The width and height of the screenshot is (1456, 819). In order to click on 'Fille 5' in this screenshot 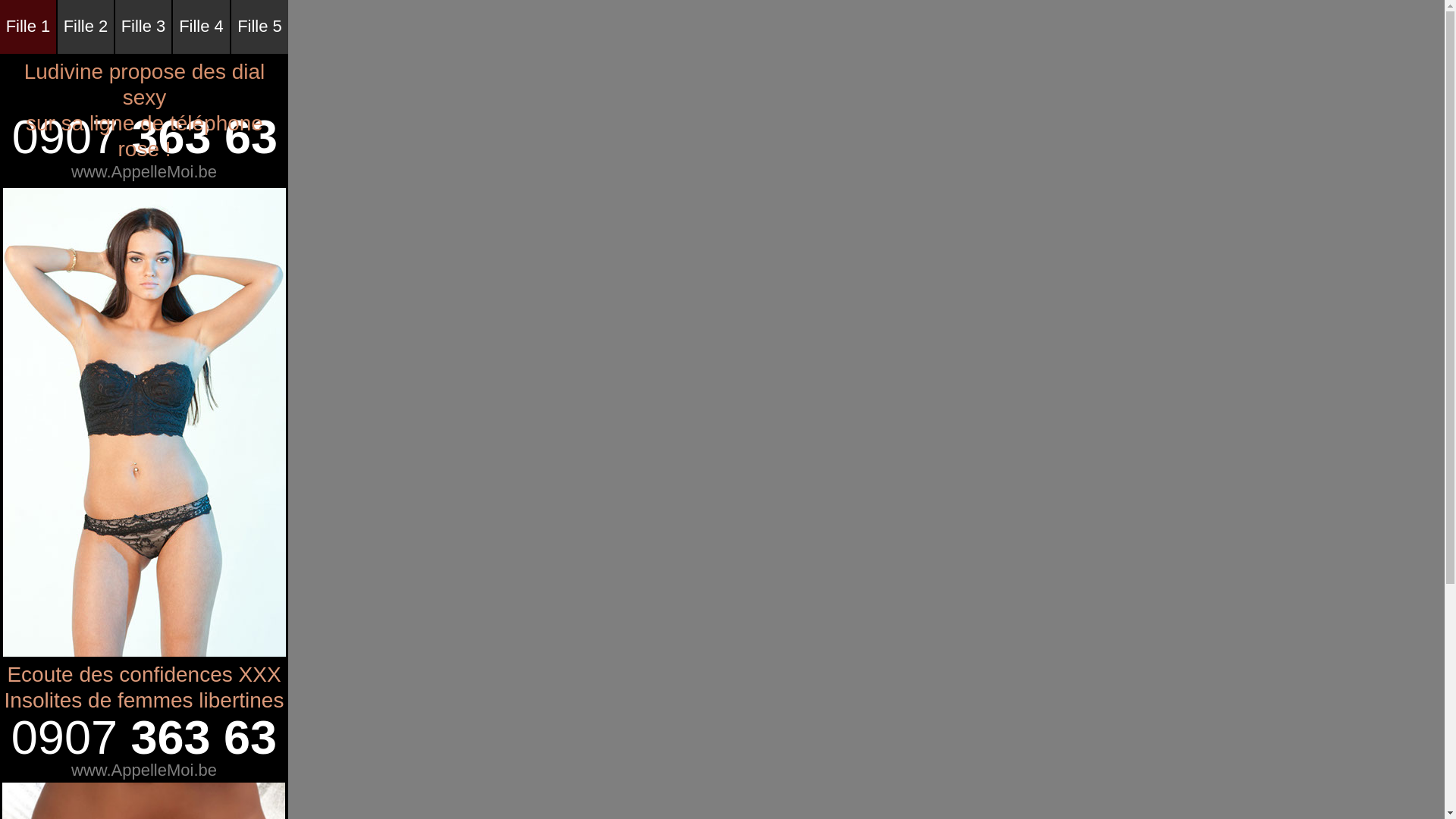, I will do `click(259, 27)`.